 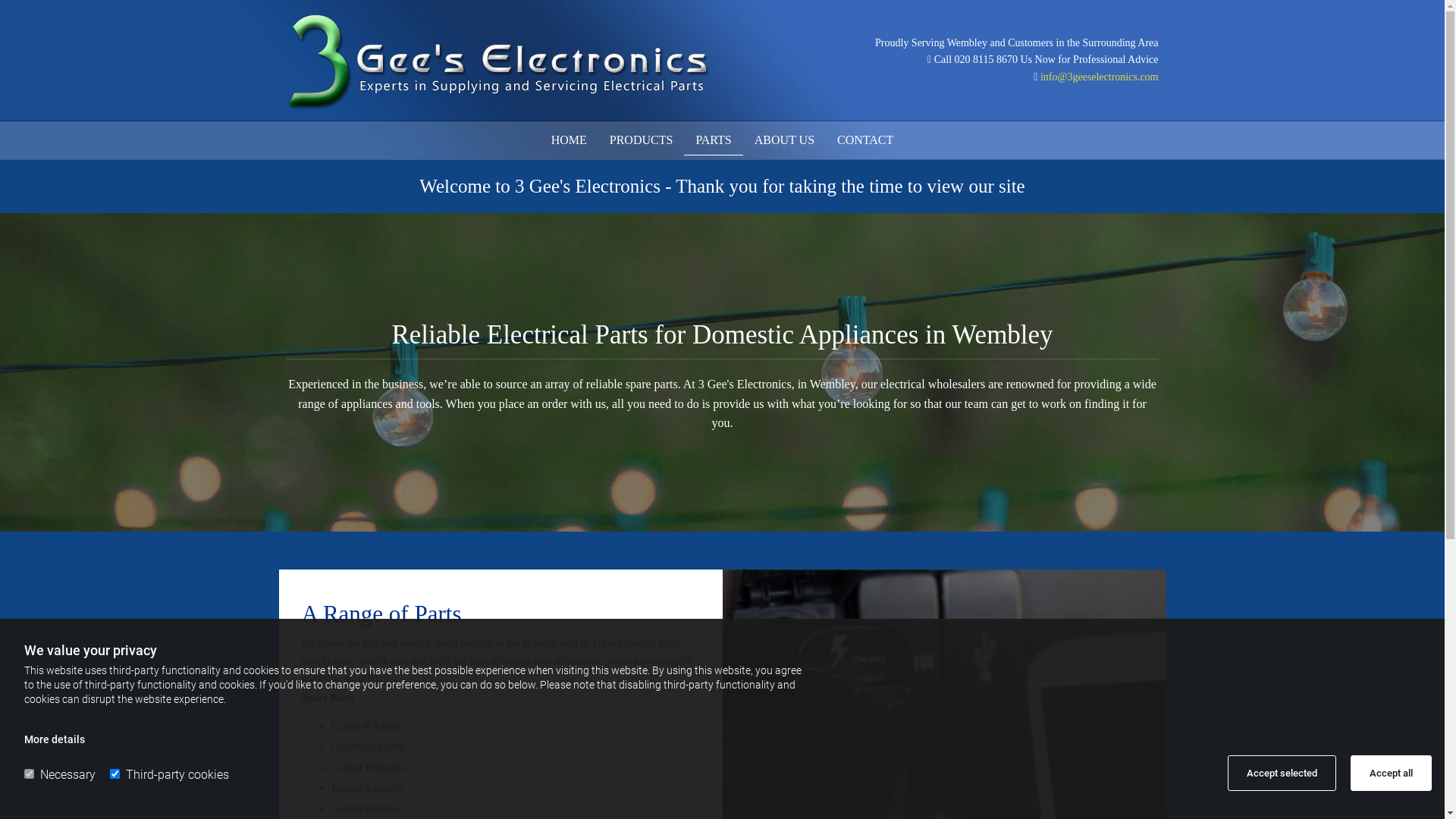 I want to click on 'CONTACT', so click(x=865, y=140).